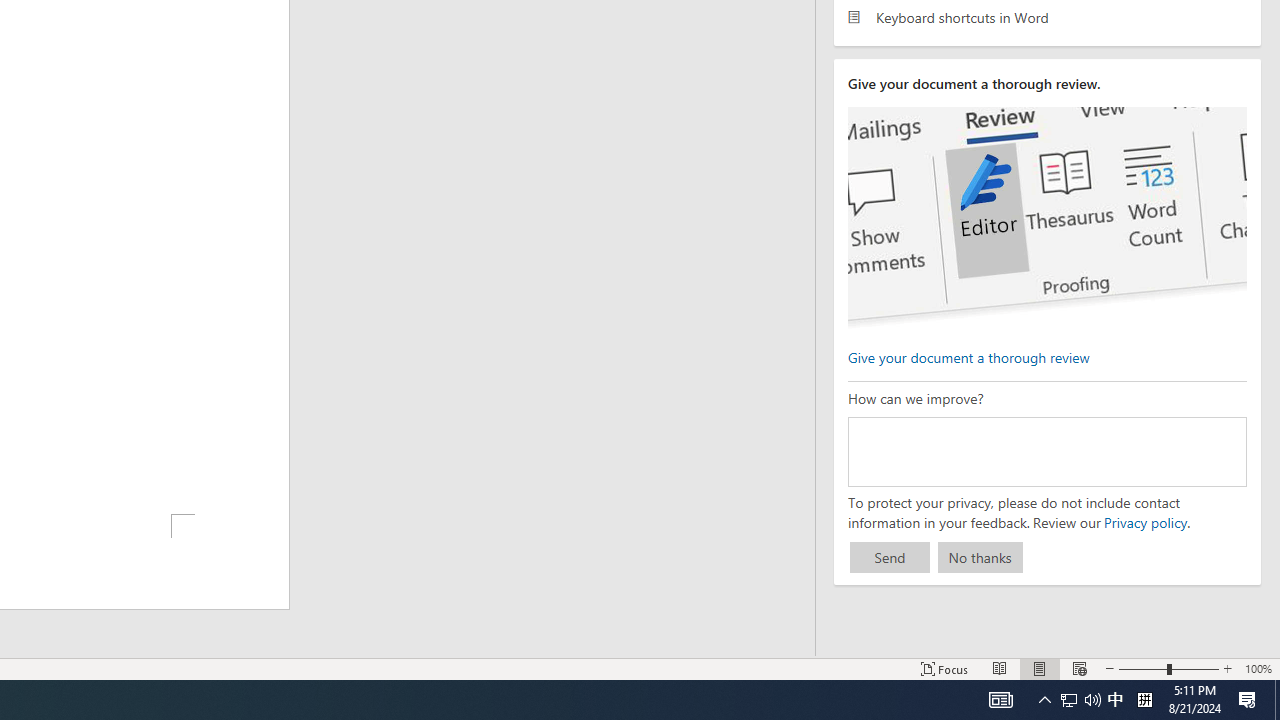  What do you see at coordinates (1144, 521) in the screenshot?
I see `'Privacy policy'` at bounding box center [1144, 521].